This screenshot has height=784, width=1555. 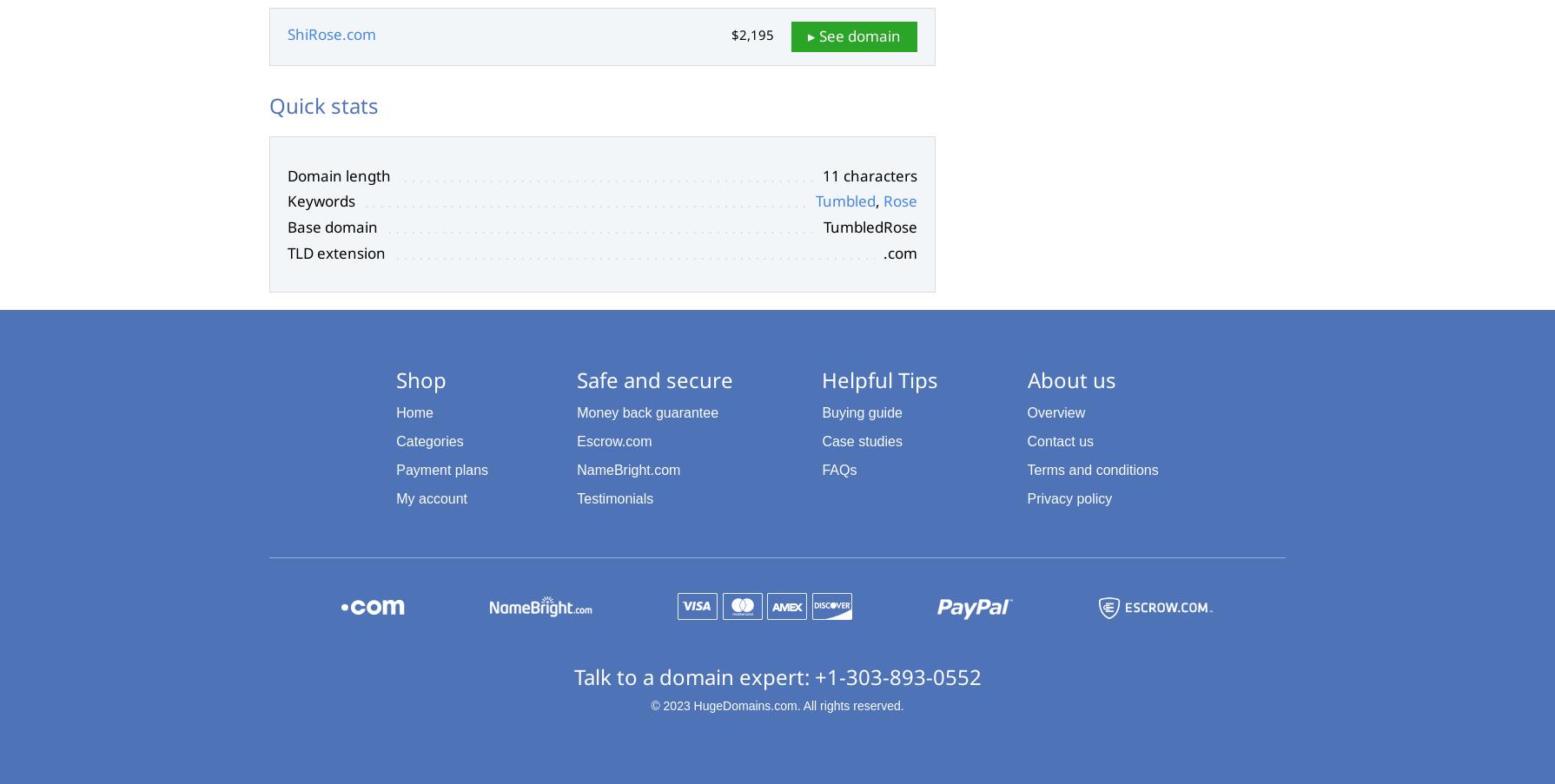 I want to click on 'My account', so click(x=431, y=497).